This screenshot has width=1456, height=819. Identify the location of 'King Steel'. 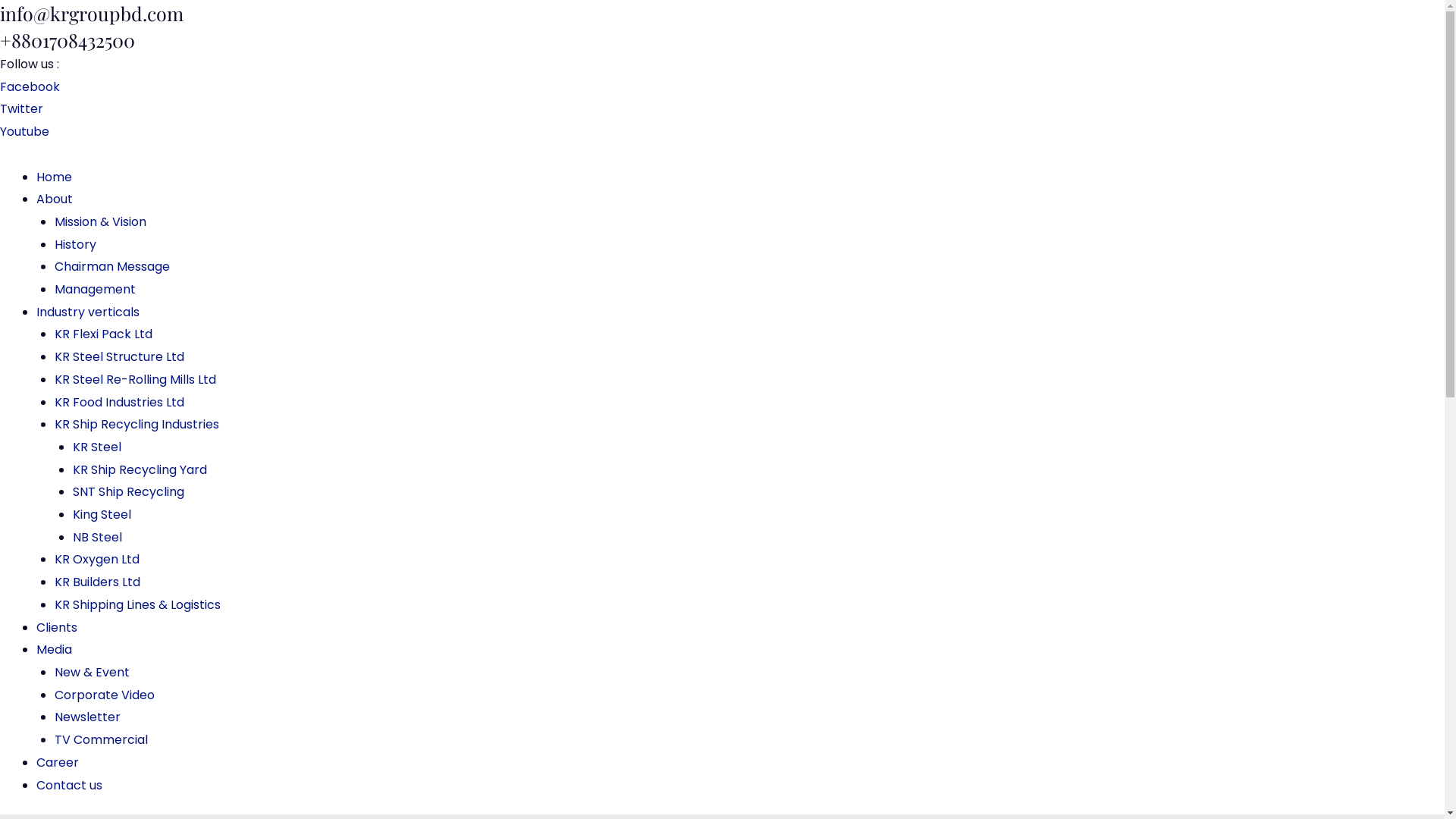
(101, 513).